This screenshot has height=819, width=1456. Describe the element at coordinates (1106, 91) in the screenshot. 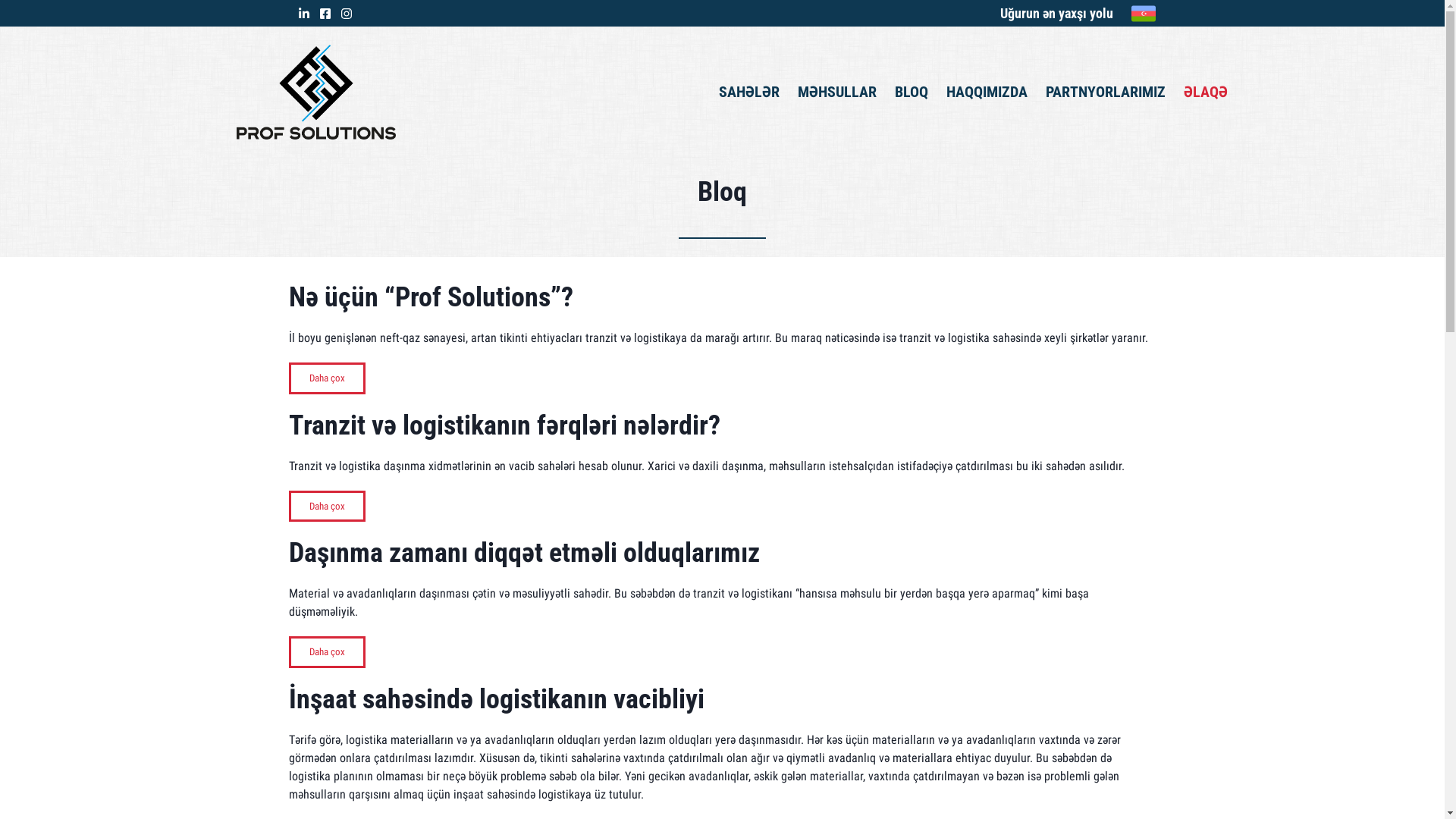

I see `'PARTNYORLARIMIZ'` at that location.